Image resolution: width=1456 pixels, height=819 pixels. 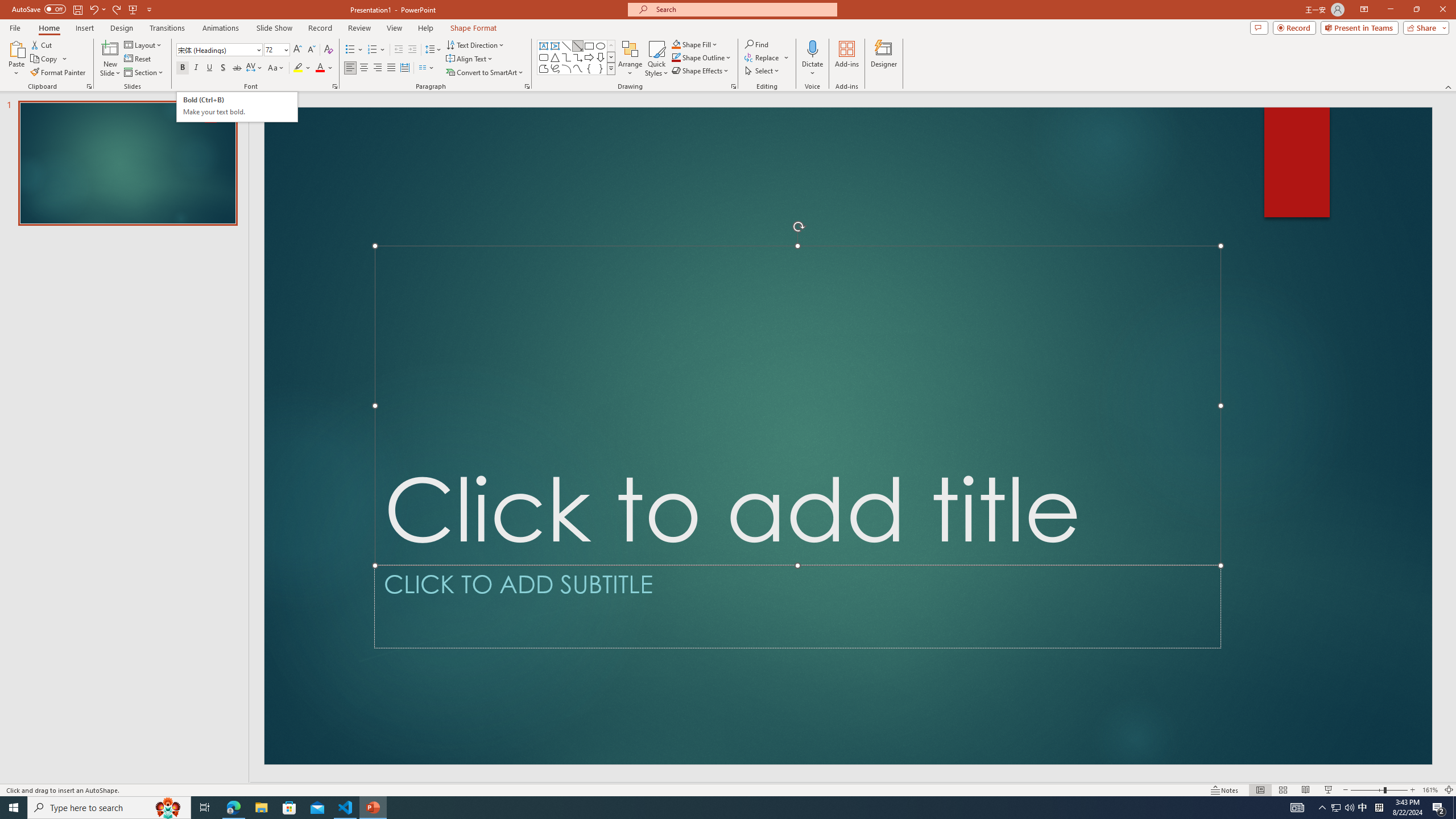 I want to click on 'Format Painter', so click(x=58, y=72).